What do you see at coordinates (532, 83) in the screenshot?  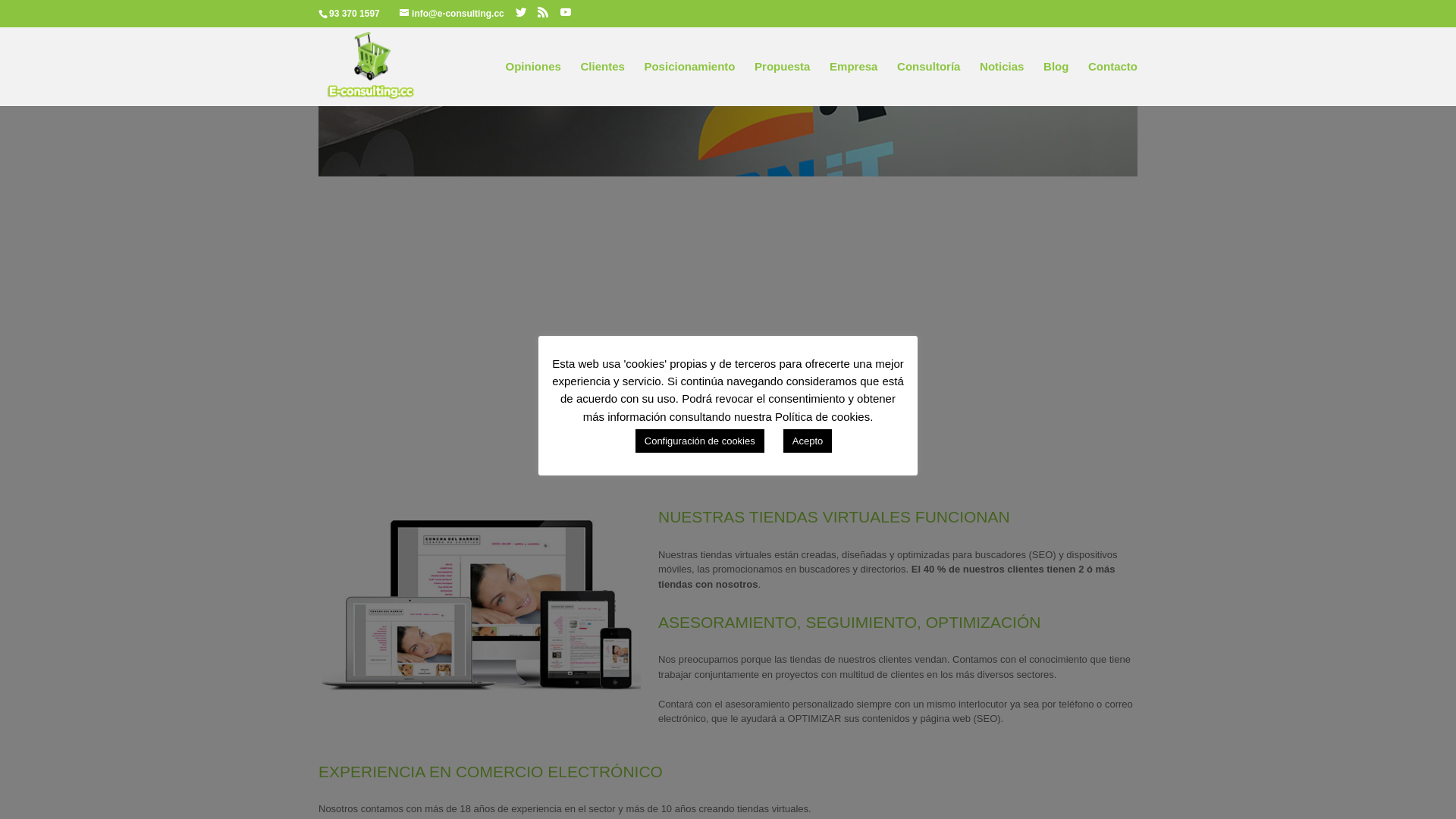 I see `'Opiniones'` at bounding box center [532, 83].